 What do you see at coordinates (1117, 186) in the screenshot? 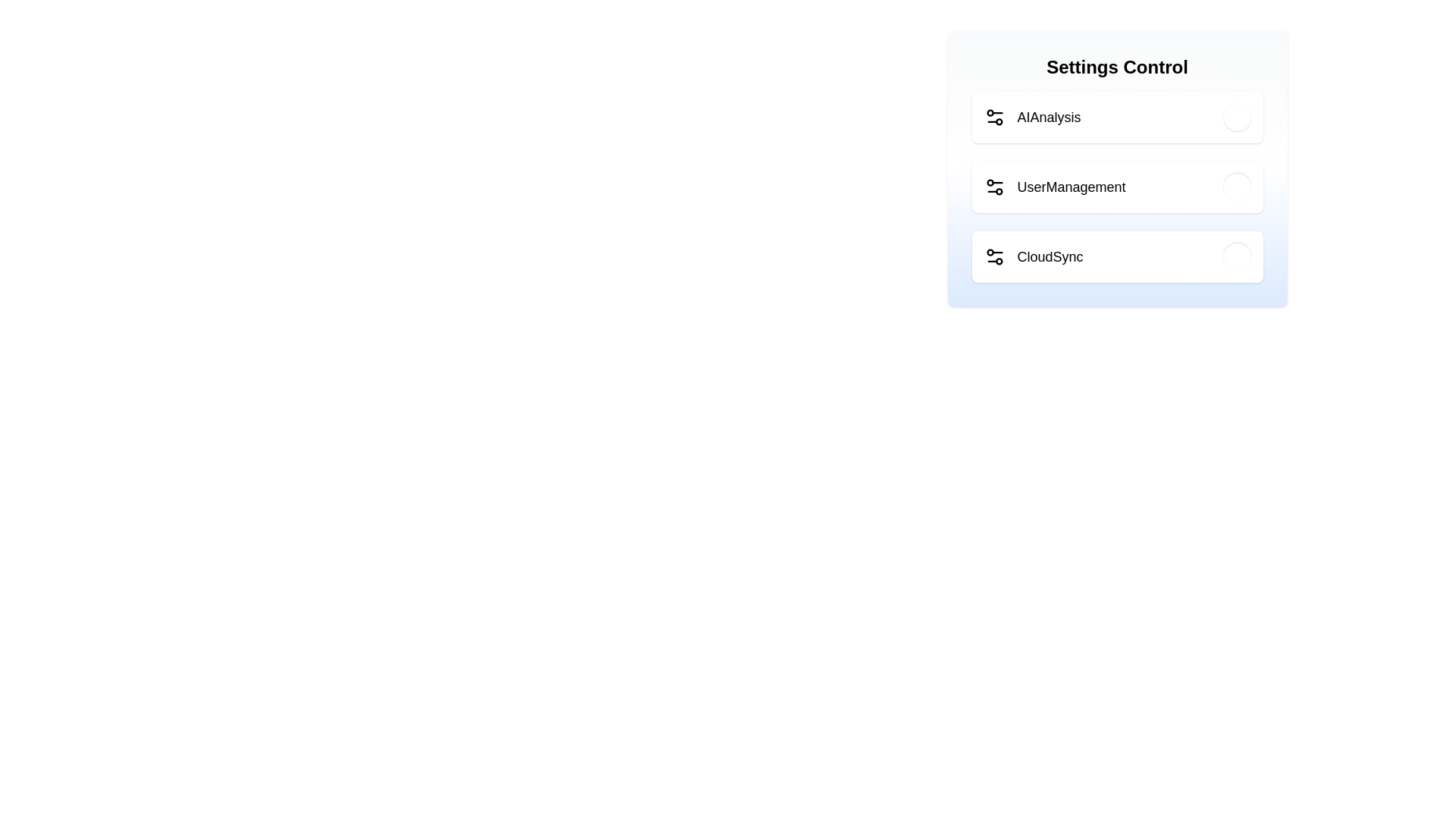
I see `the option item UserManagement to observe hover effects` at bounding box center [1117, 186].